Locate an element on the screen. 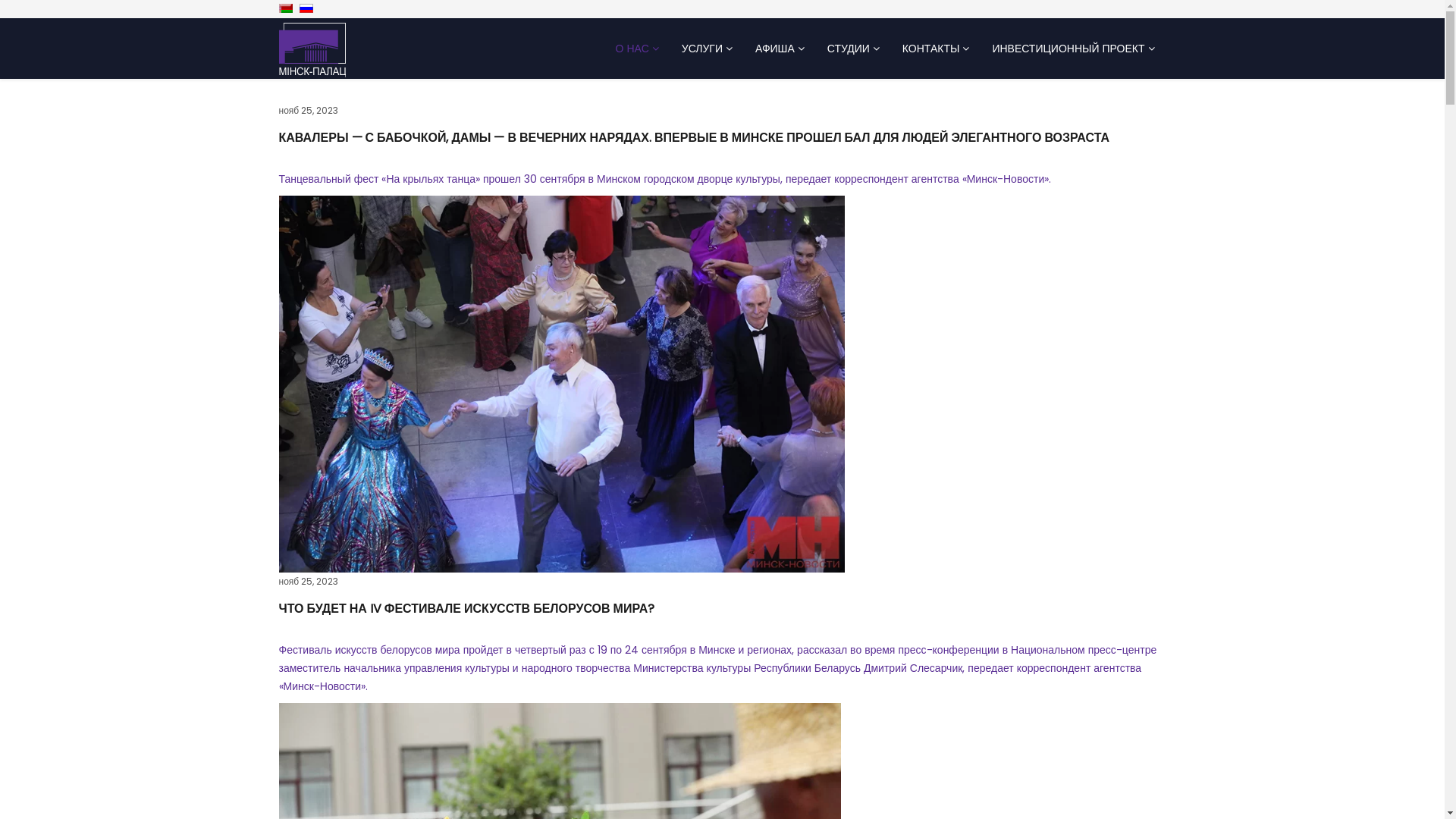 This screenshot has width=1456, height=819. 'BY' is located at coordinates (286, 8).